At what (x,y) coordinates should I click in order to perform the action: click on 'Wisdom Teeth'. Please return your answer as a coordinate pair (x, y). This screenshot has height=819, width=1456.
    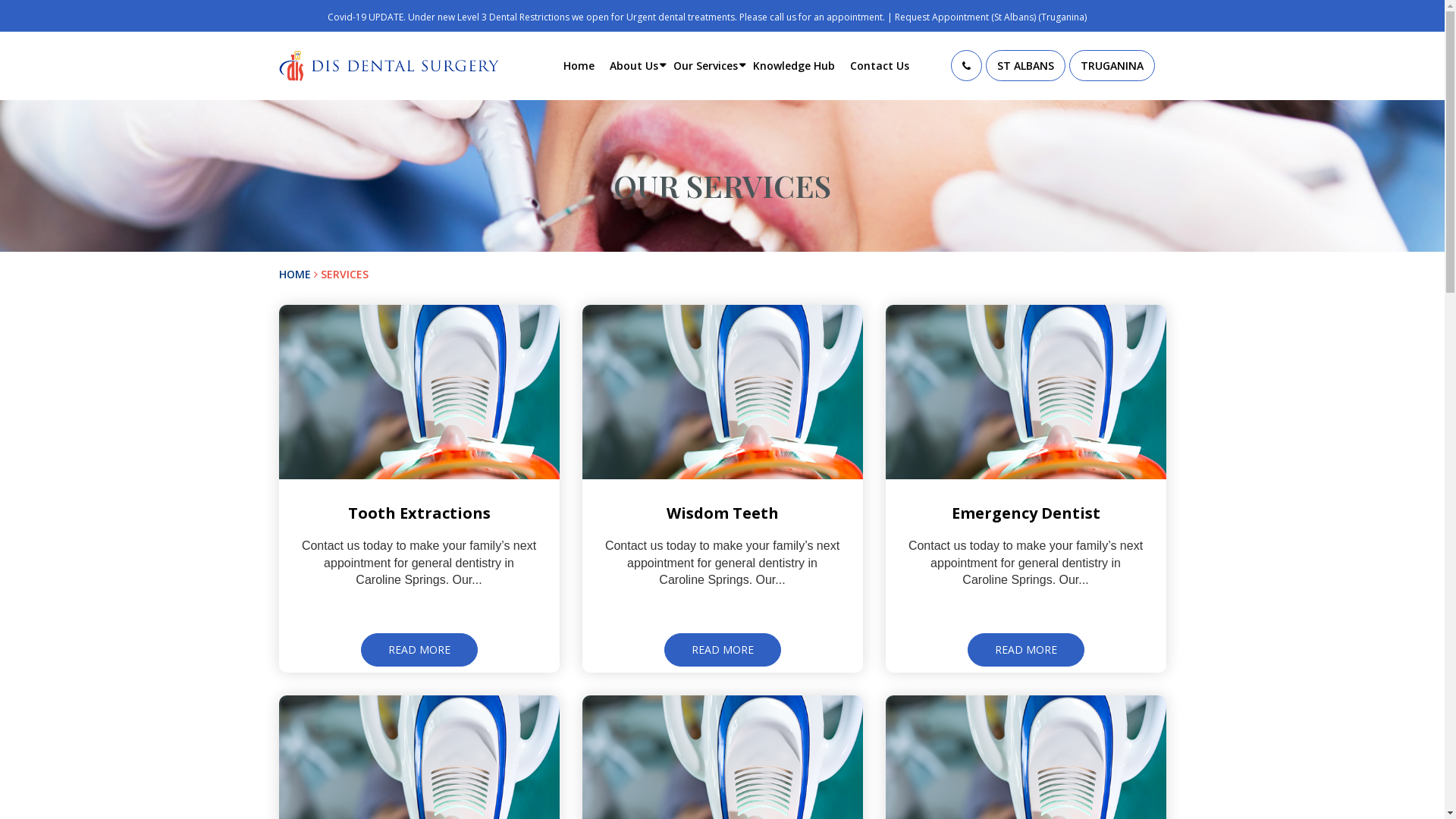
    Looking at the image, I should click on (720, 512).